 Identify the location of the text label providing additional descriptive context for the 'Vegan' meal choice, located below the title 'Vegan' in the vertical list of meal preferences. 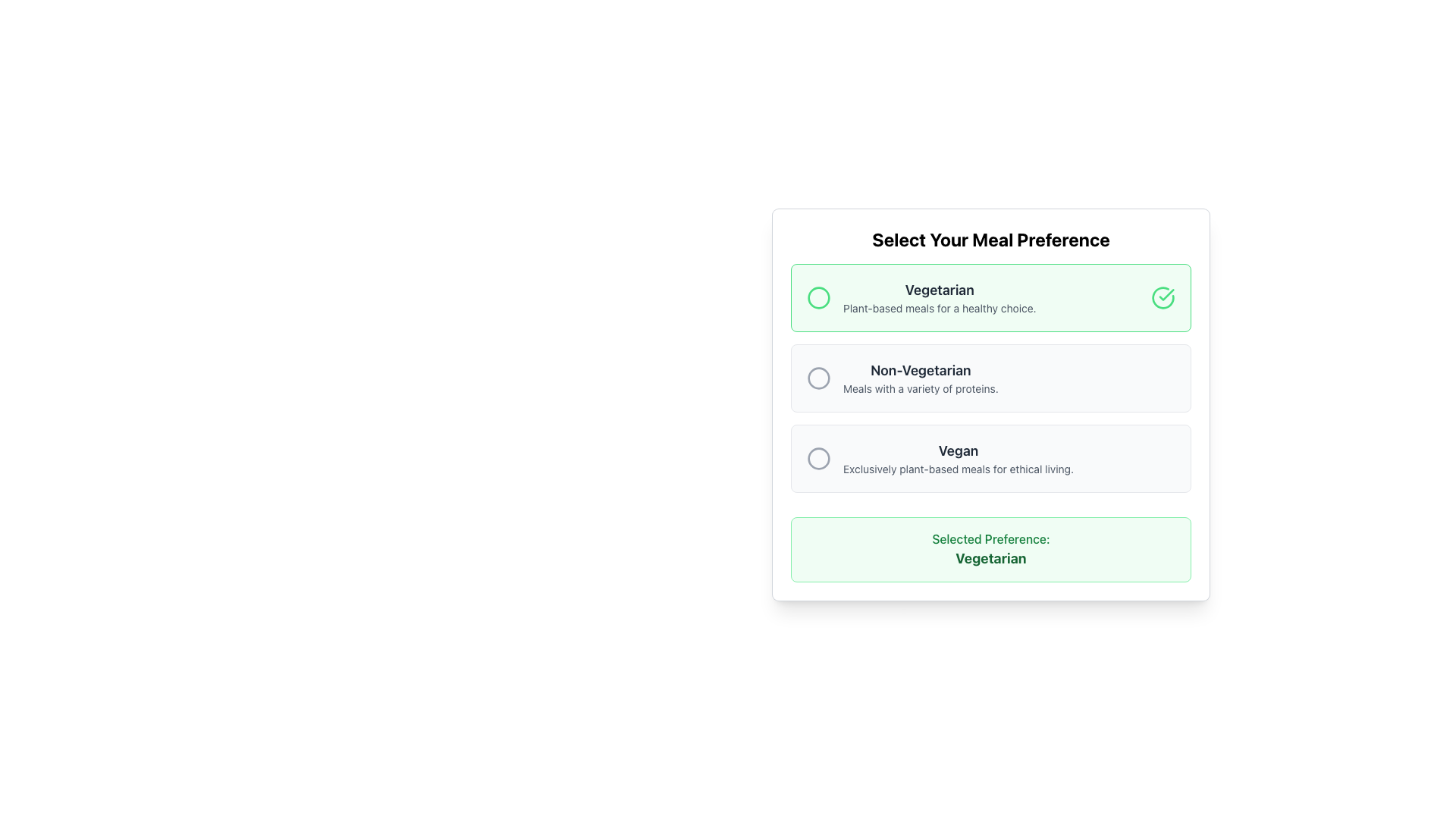
(957, 468).